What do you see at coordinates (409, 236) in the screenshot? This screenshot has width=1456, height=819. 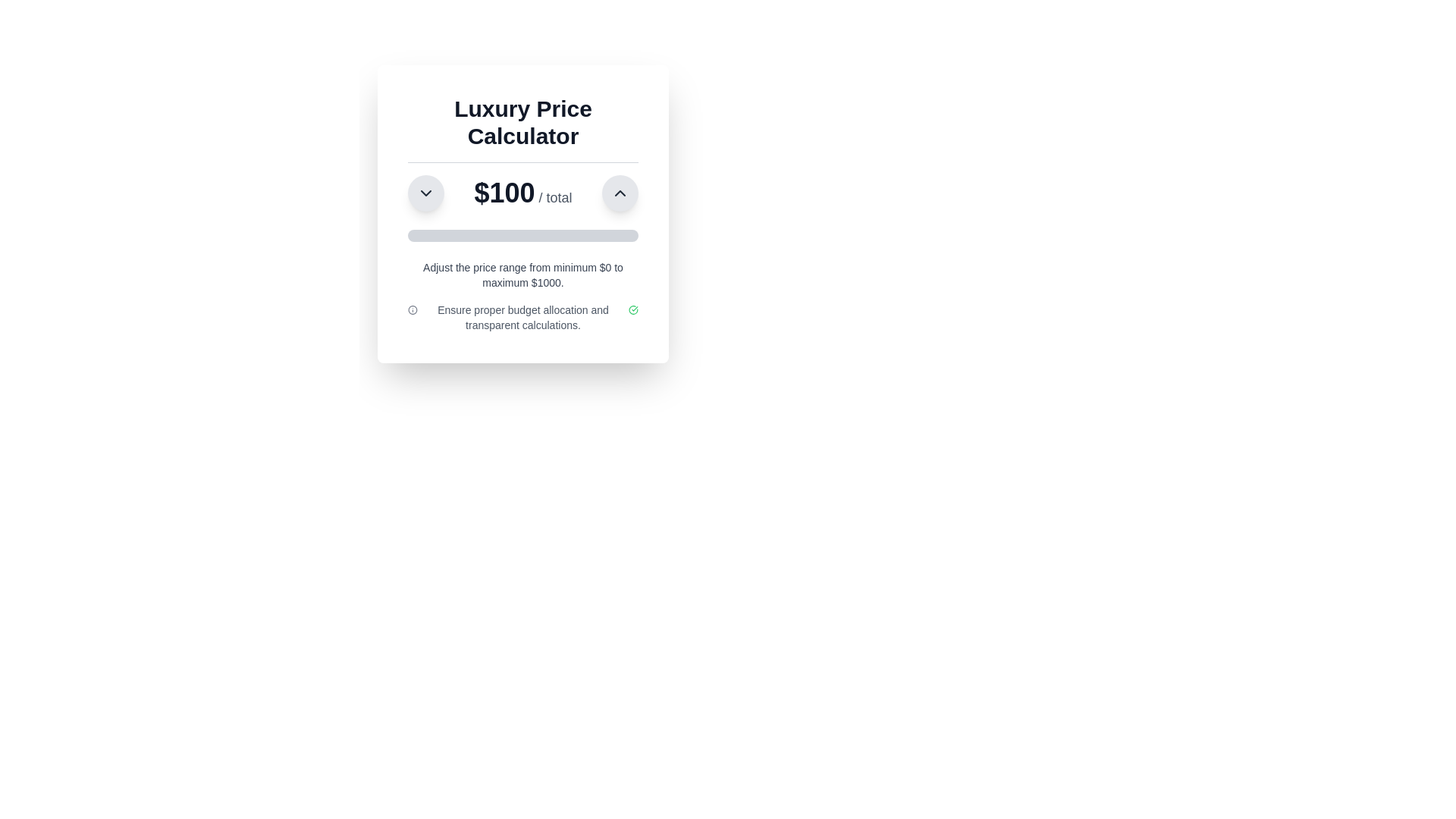 I see `the slider's value` at bounding box center [409, 236].